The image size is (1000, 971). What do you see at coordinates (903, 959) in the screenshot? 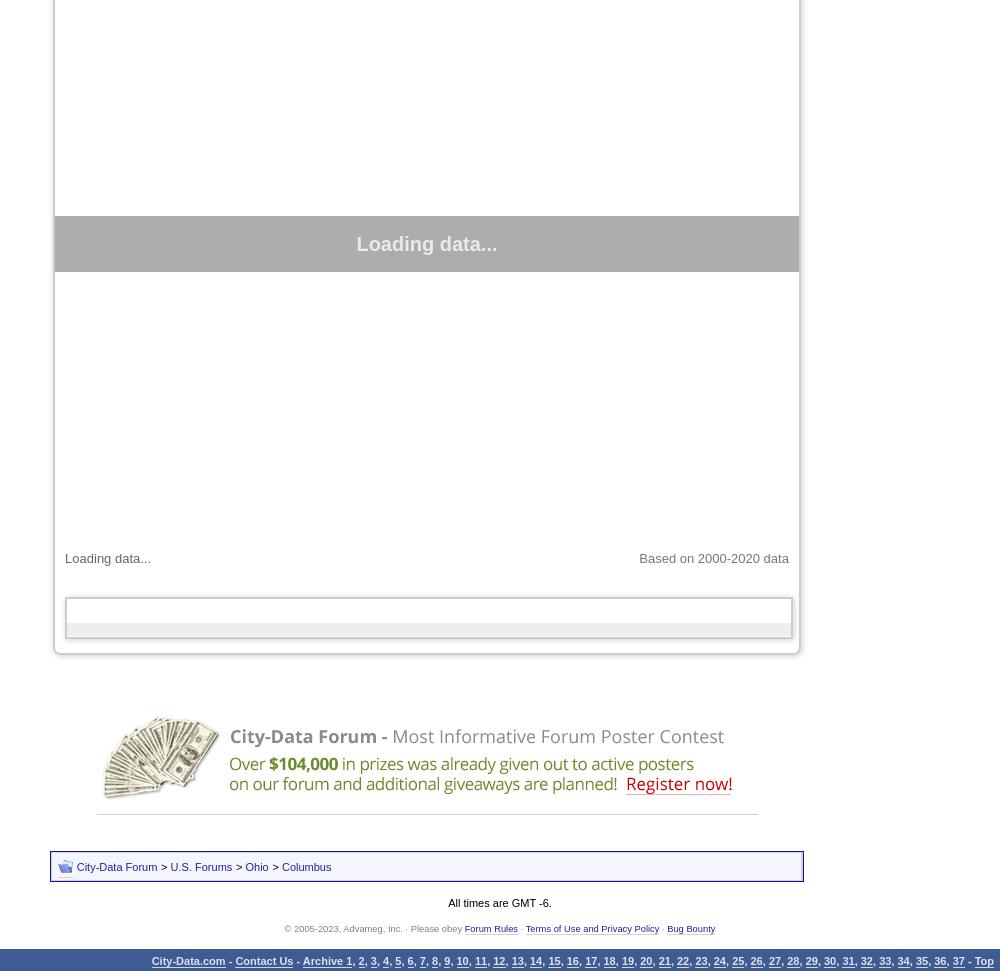
I see `'34'` at bounding box center [903, 959].